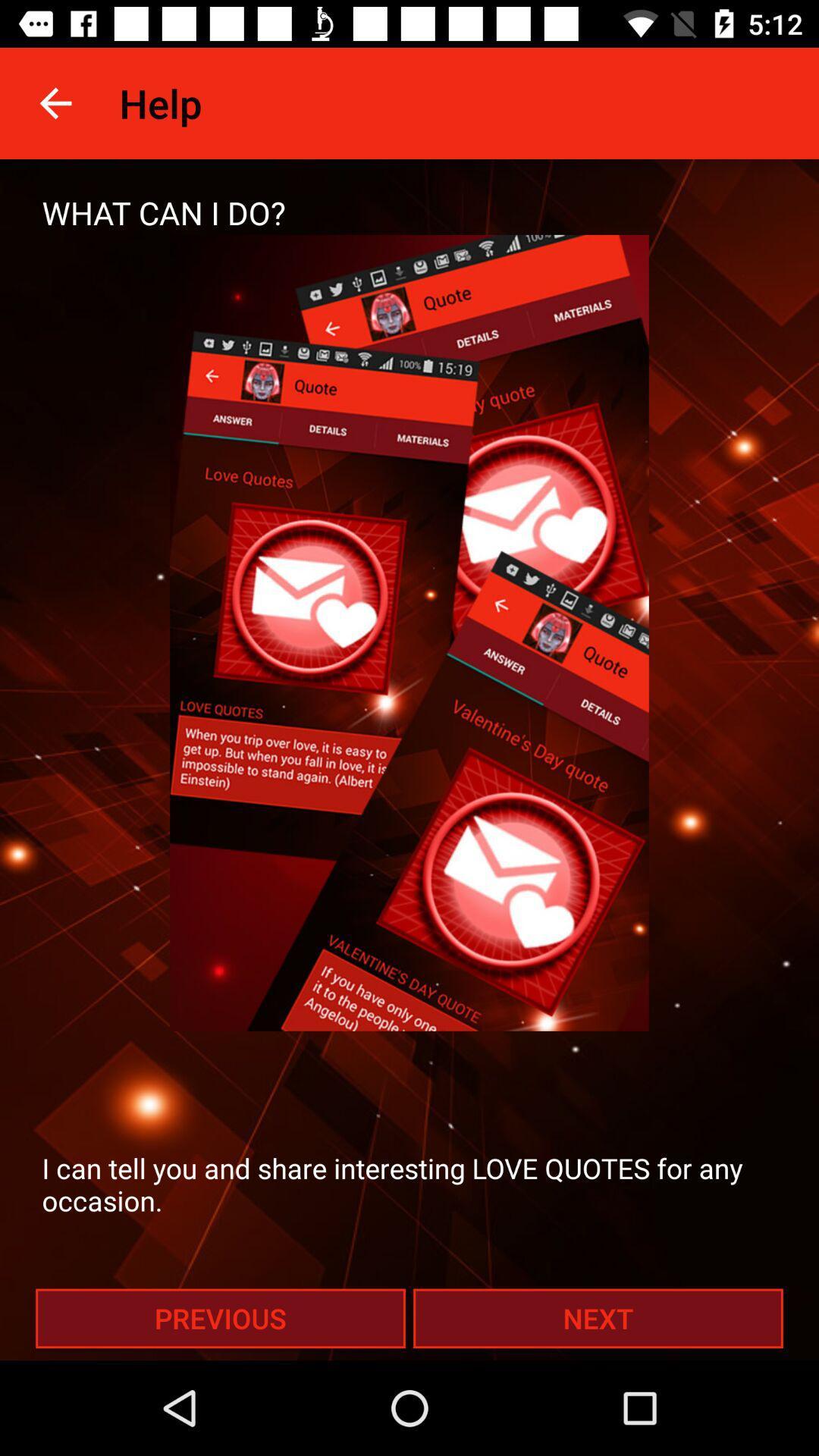 The height and width of the screenshot is (1456, 819). What do you see at coordinates (598, 1317) in the screenshot?
I see `the icon next to the previous icon` at bounding box center [598, 1317].